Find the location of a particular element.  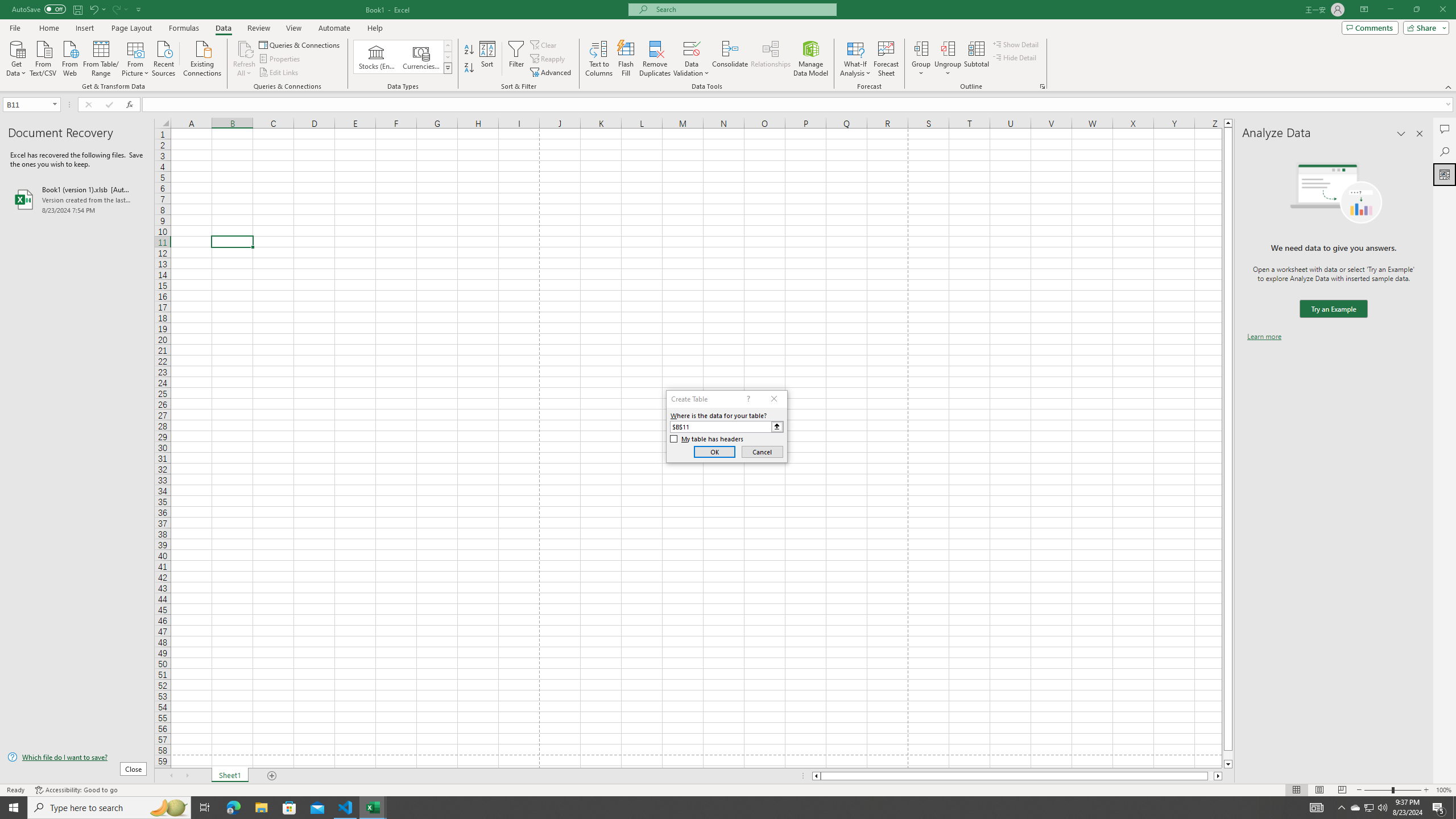

'Flash Fill' is located at coordinates (626, 59).